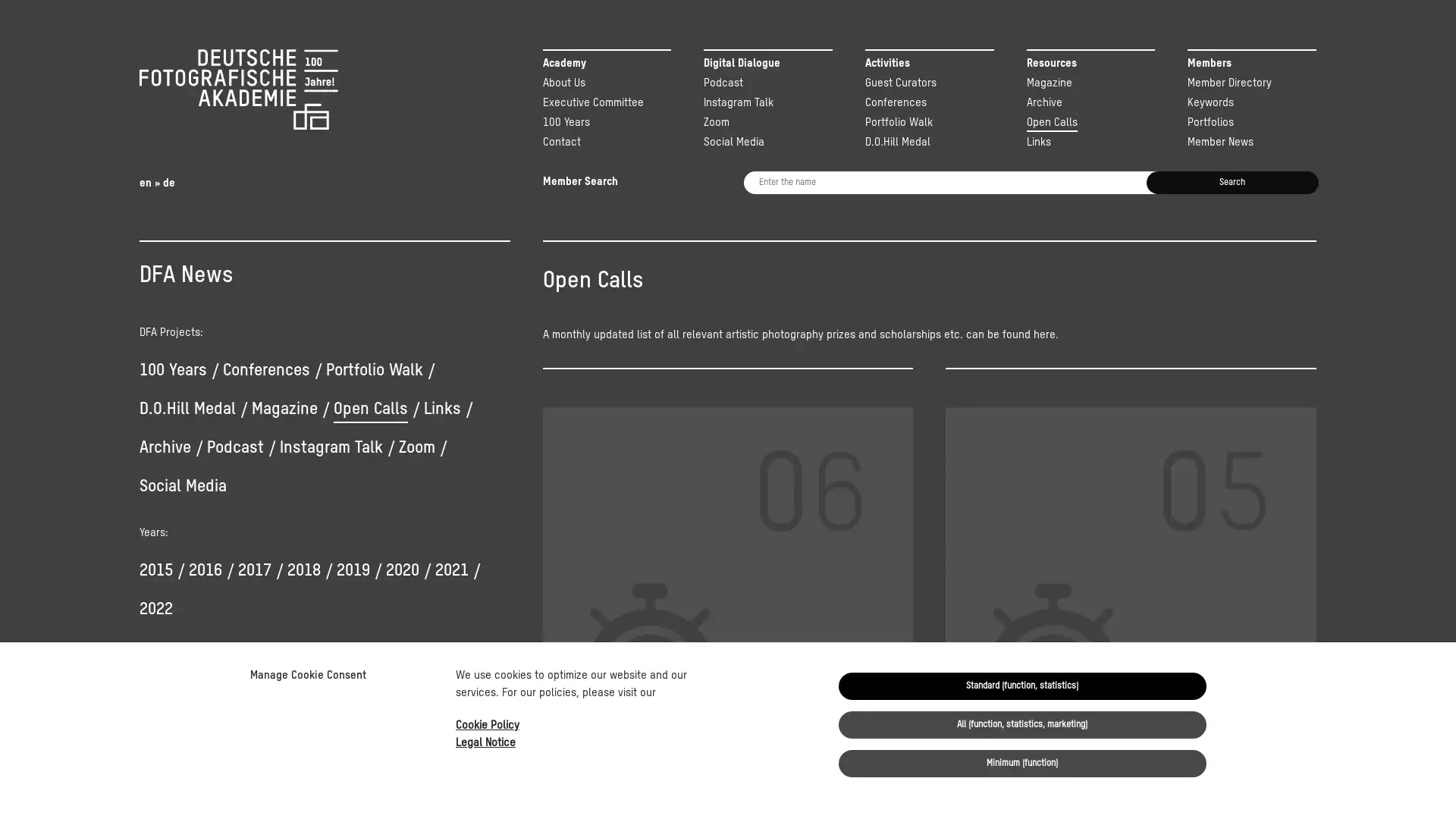 This screenshot has width=1456, height=819. What do you see at coordinates (450, 570) in the screenshot?
I see `2021` at bounding box center [450, 570].